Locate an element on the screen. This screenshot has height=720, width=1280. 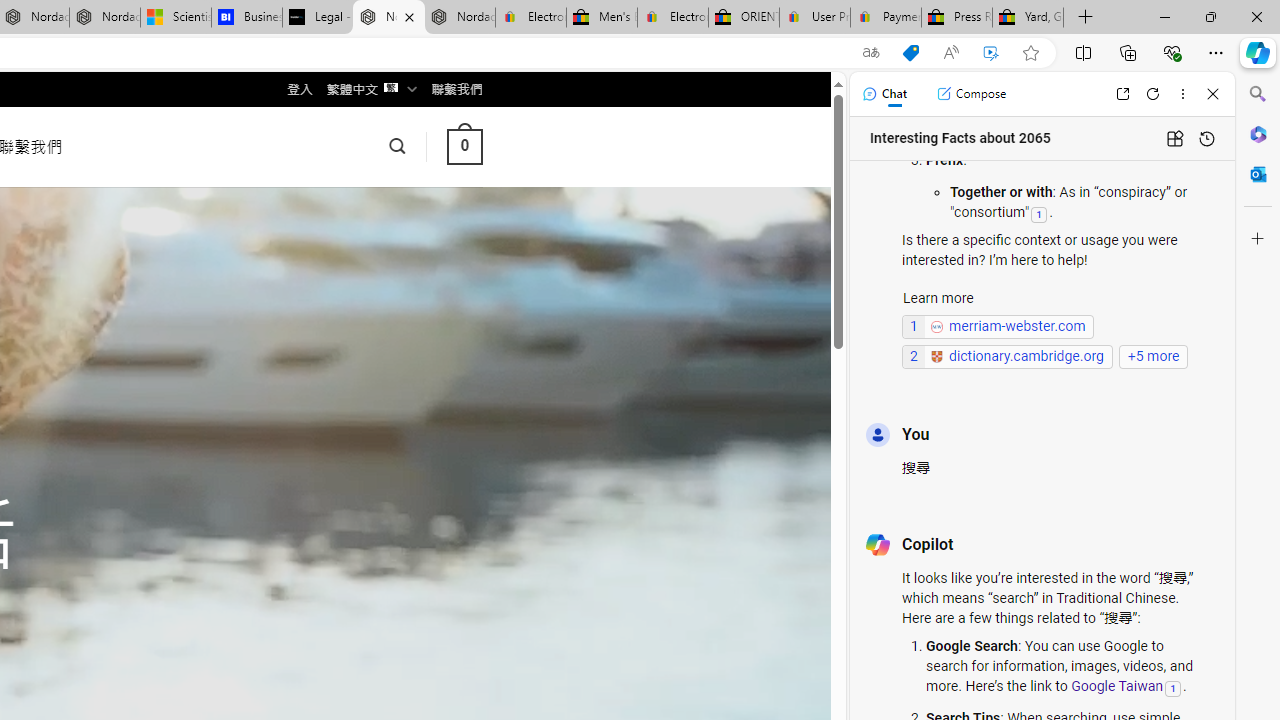
'Enhance video' is located at coordinates (991, 52).